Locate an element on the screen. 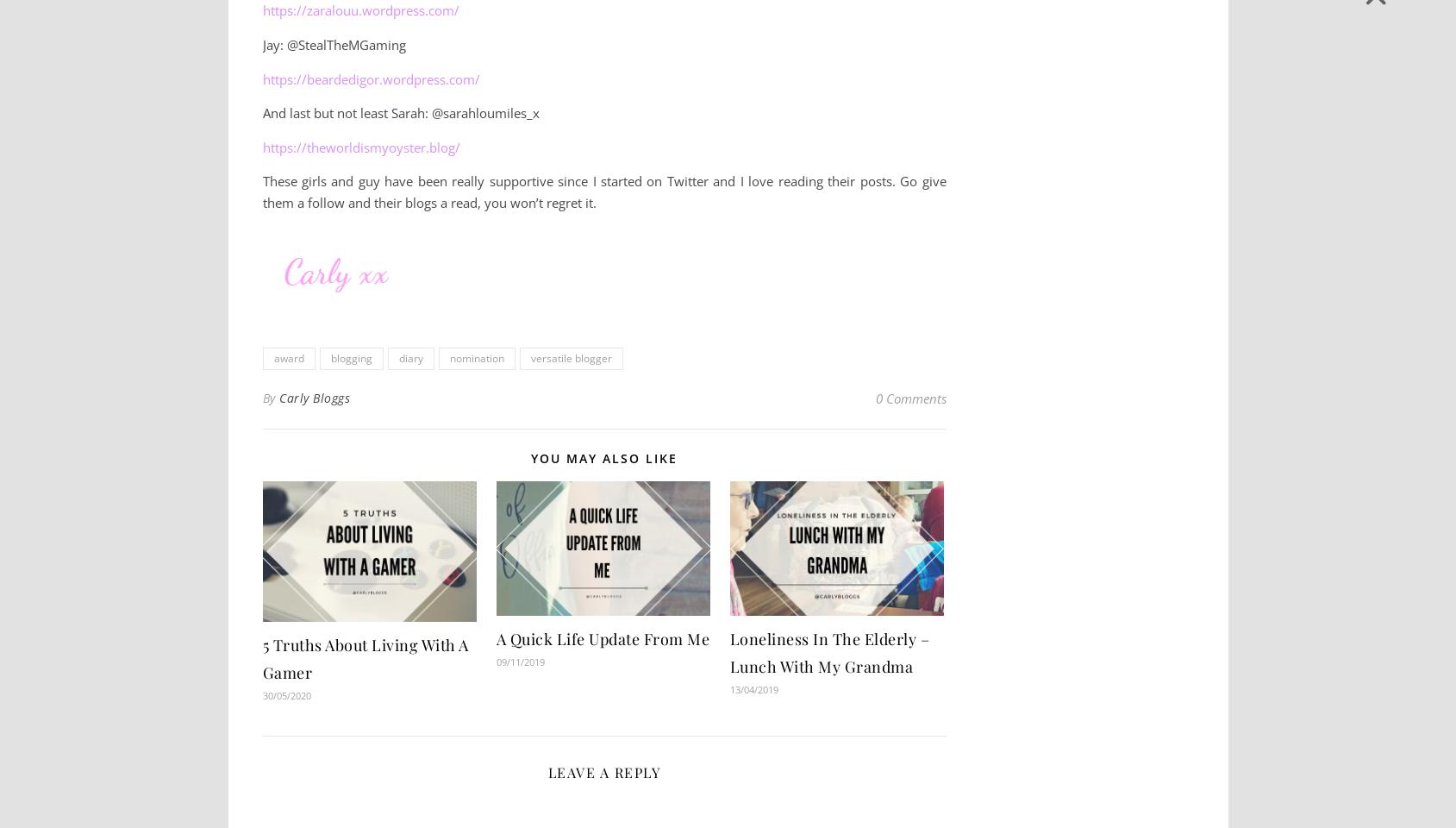  'https://zaralouu.wordpress.com/' is located at coordinates (359, 9).